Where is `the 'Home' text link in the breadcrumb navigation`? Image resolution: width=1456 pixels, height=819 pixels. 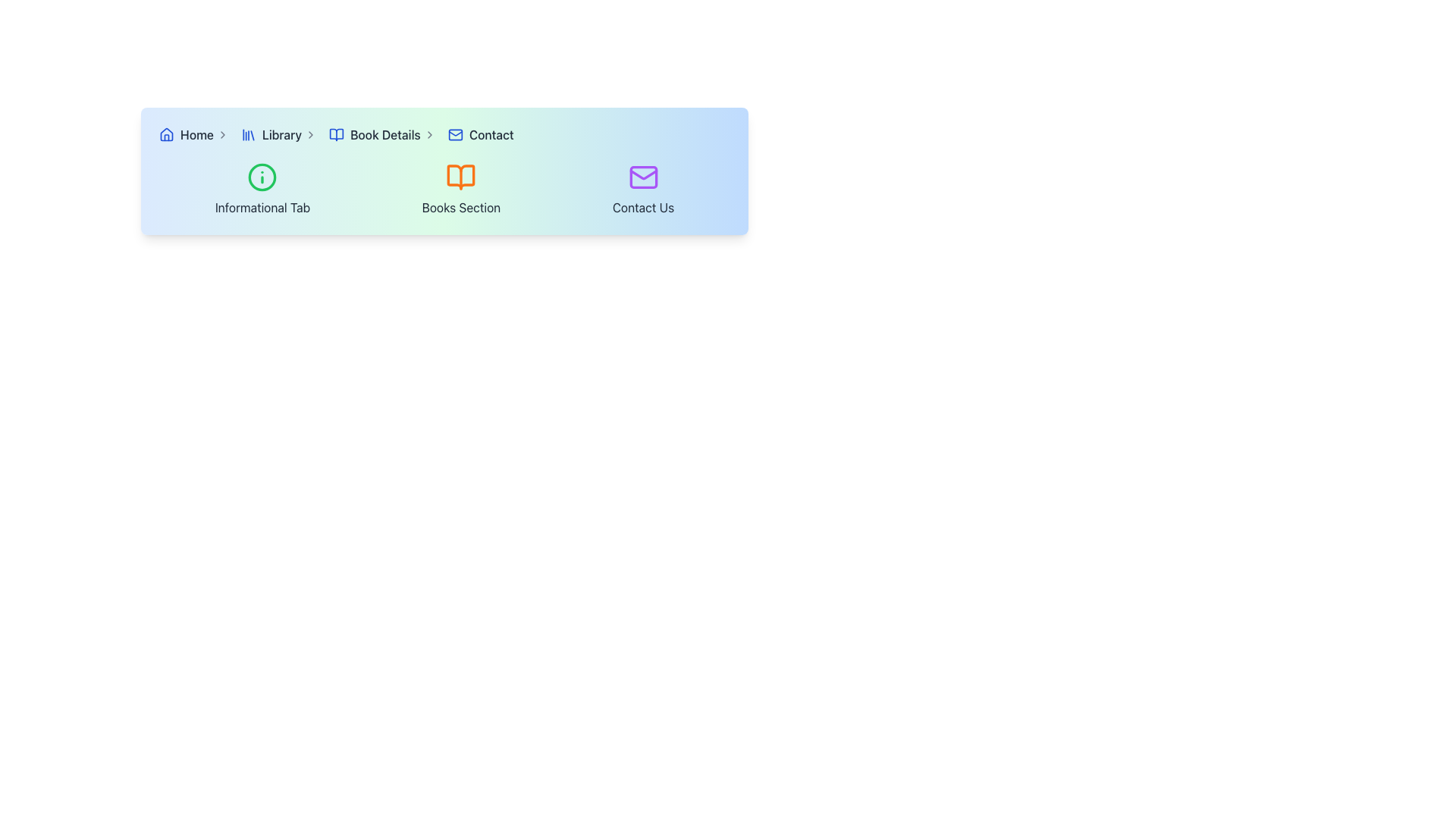
the 'Home' text link in the breadcrumb navigation is located at coordinates (196, 133).